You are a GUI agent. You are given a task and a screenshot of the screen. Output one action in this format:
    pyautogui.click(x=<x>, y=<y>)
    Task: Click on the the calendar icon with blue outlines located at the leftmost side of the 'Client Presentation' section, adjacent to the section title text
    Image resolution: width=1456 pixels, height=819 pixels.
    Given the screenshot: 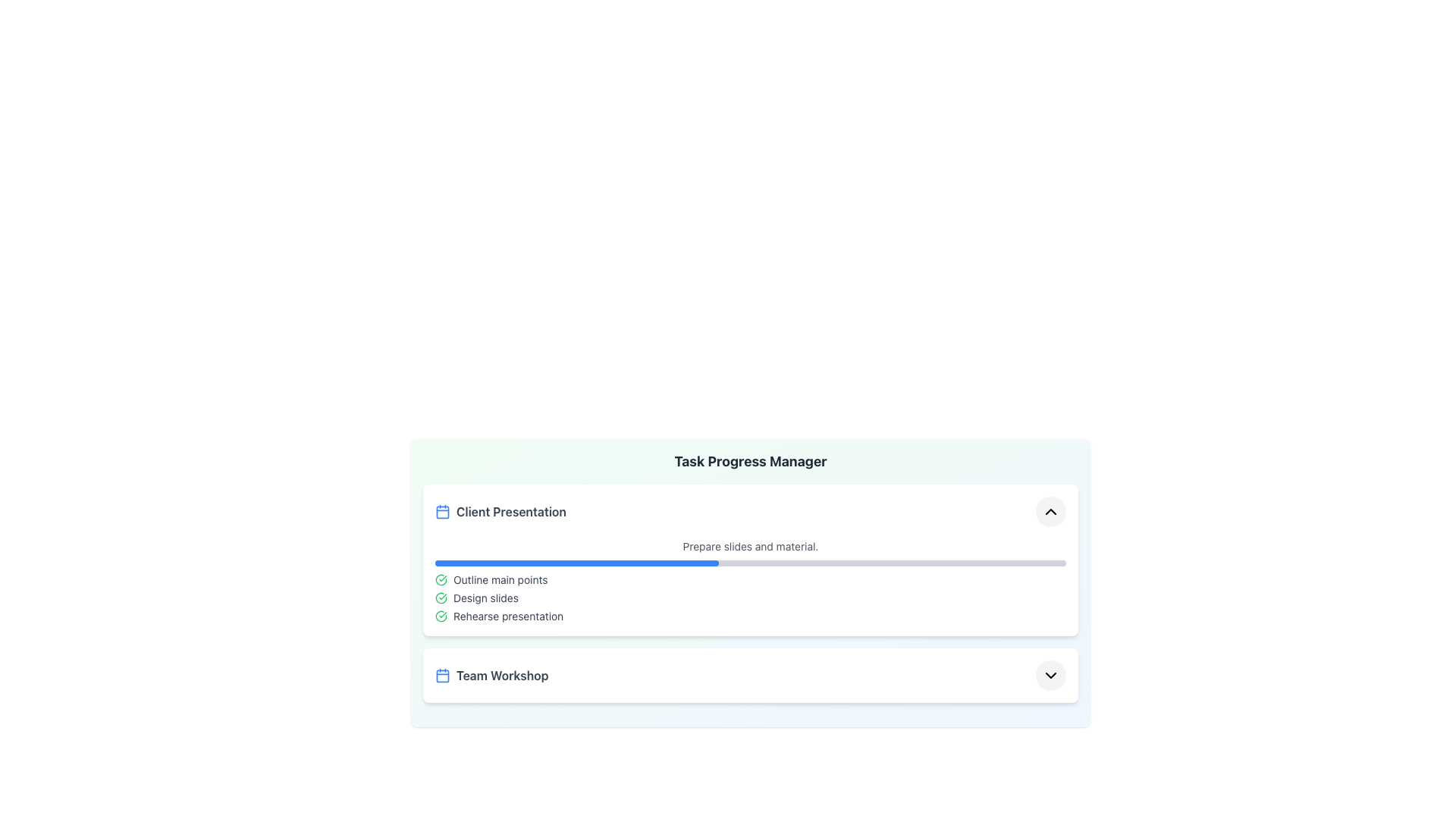 What is the action you would take?
    pyautogui.click(x=442, y=512)
    